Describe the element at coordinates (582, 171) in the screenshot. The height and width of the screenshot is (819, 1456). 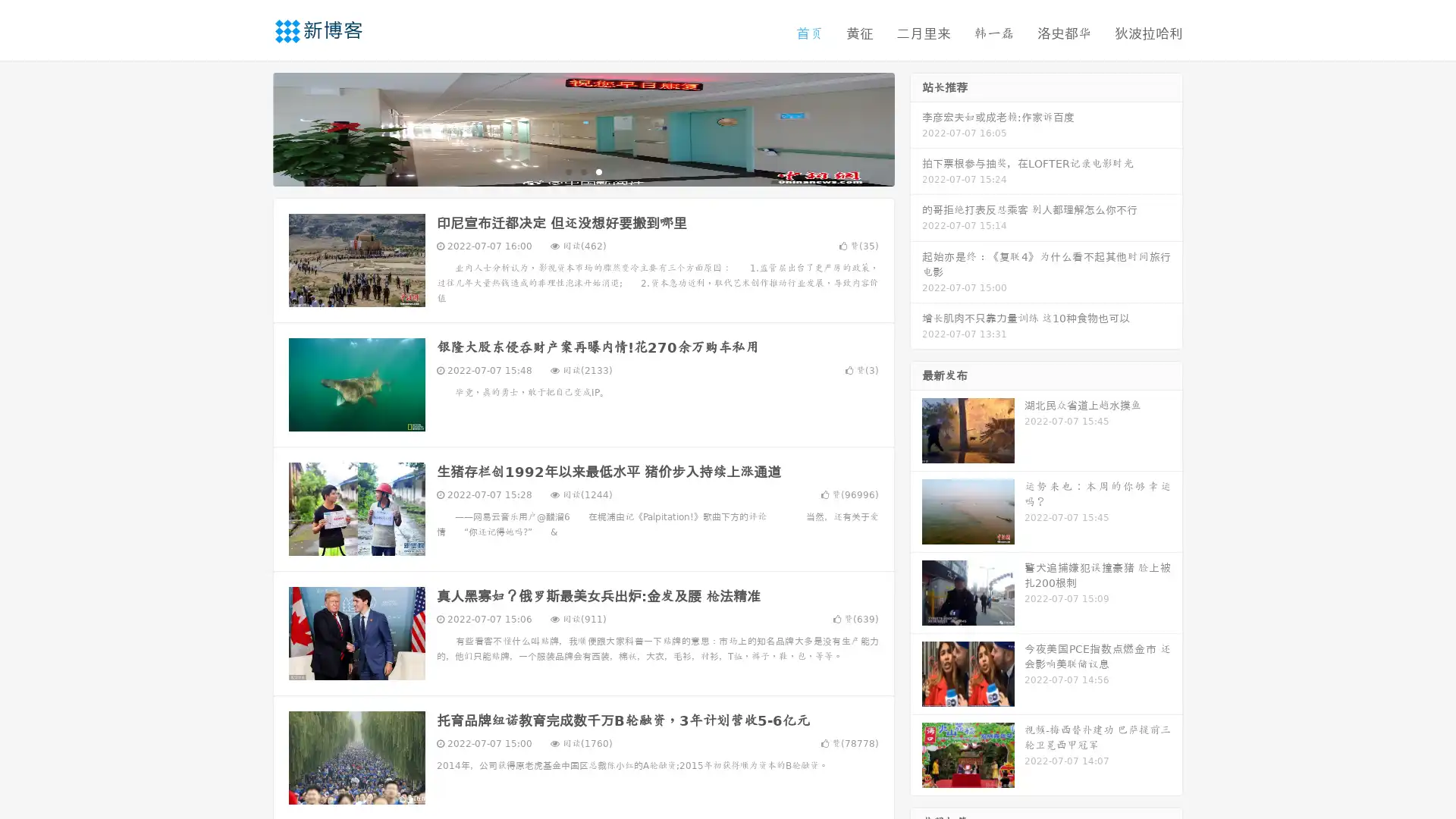
I see `Go to slide 2` at that location.